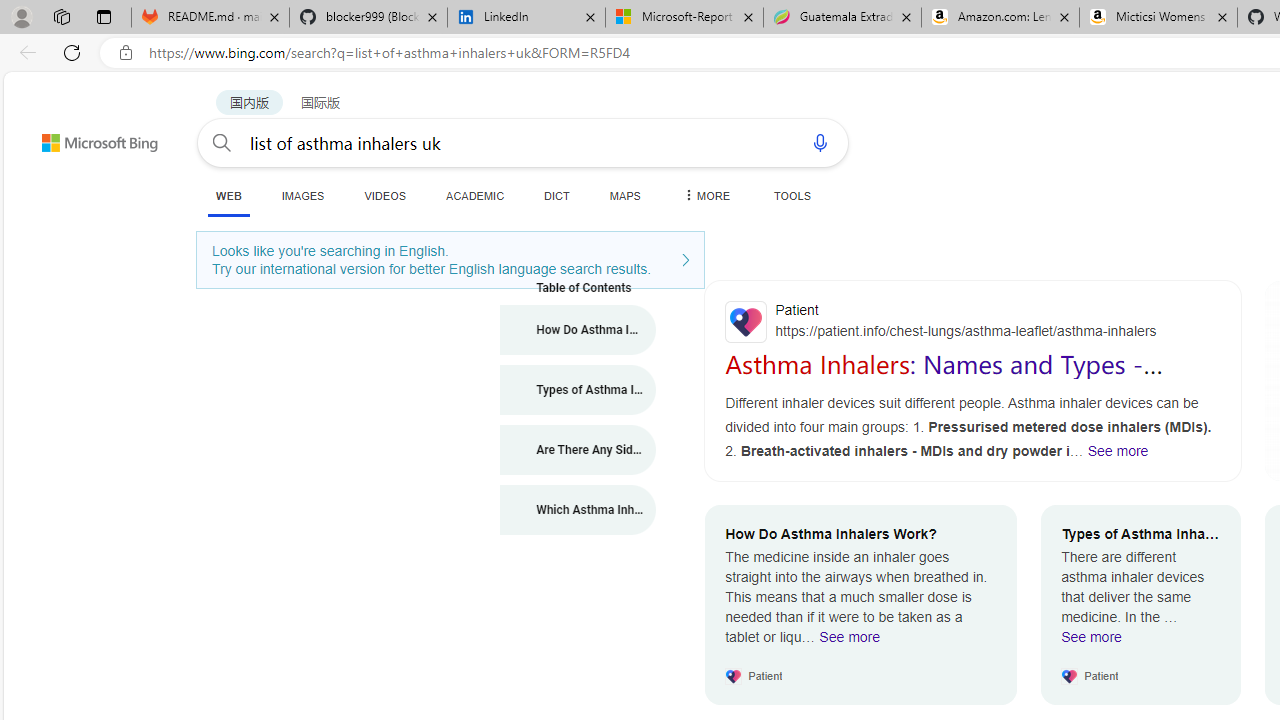  Describe the element at coordinates (577, 329) in the screenshot. I see `'How Do Asthma Inhalers Work?'` at that location.